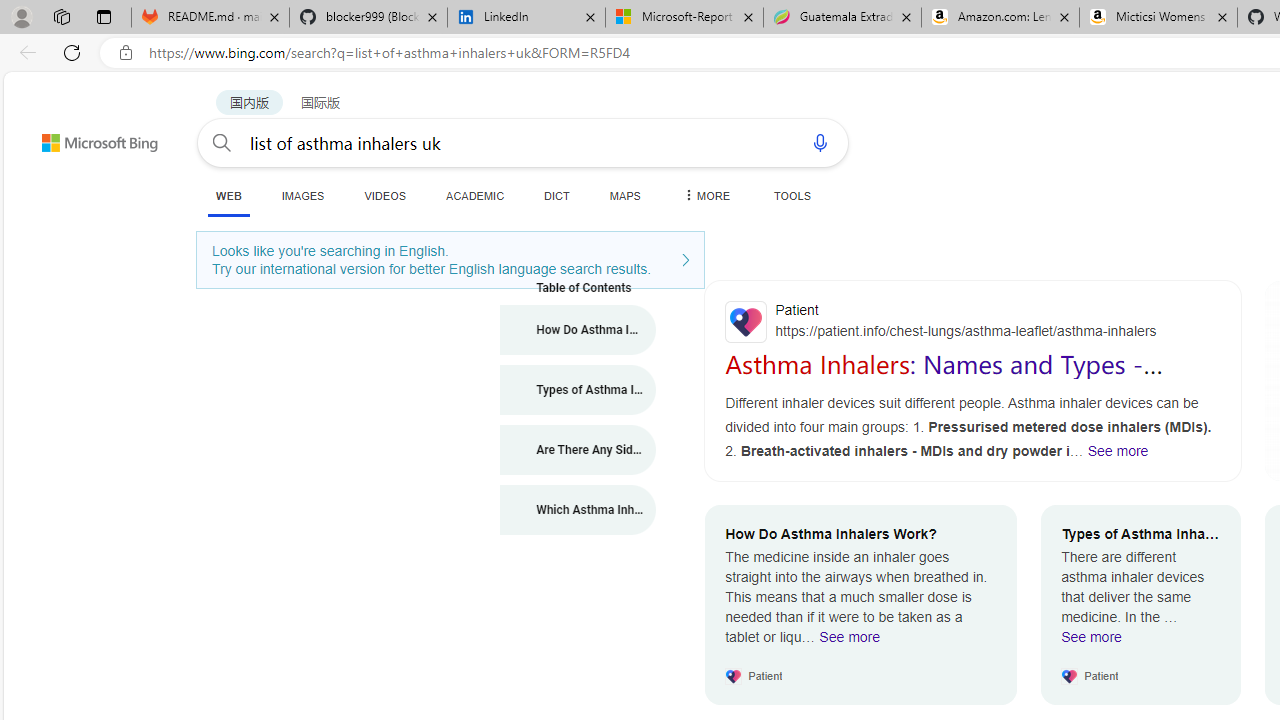  Describe the element at coordinates (577, 329) in the screenshot. I see `'How Do Asthma Inhalers Work?'` at that location.